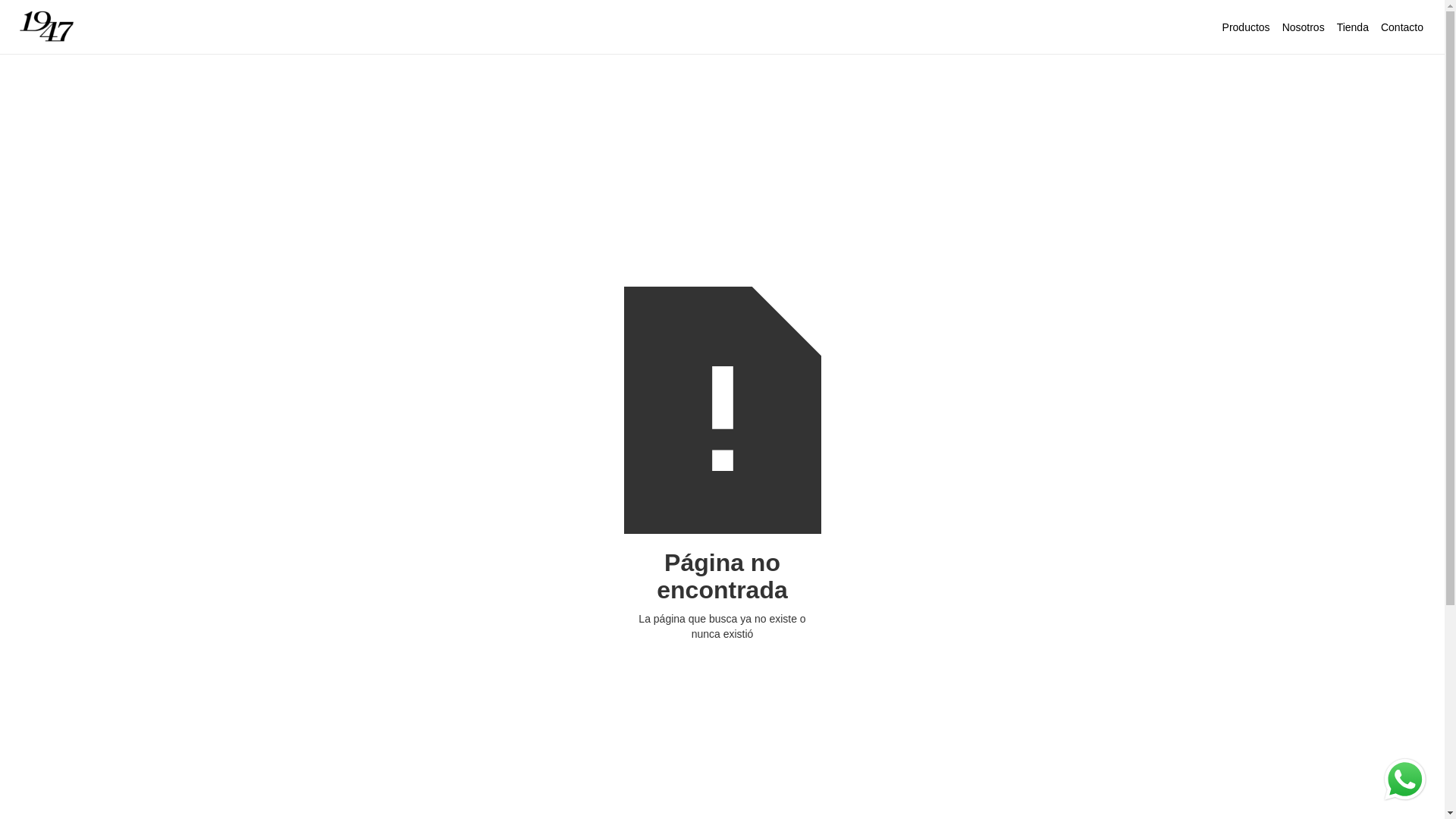  Describe the element at coordinates (1246, 27) in the screenshot. I see `'Productos'` at that location.